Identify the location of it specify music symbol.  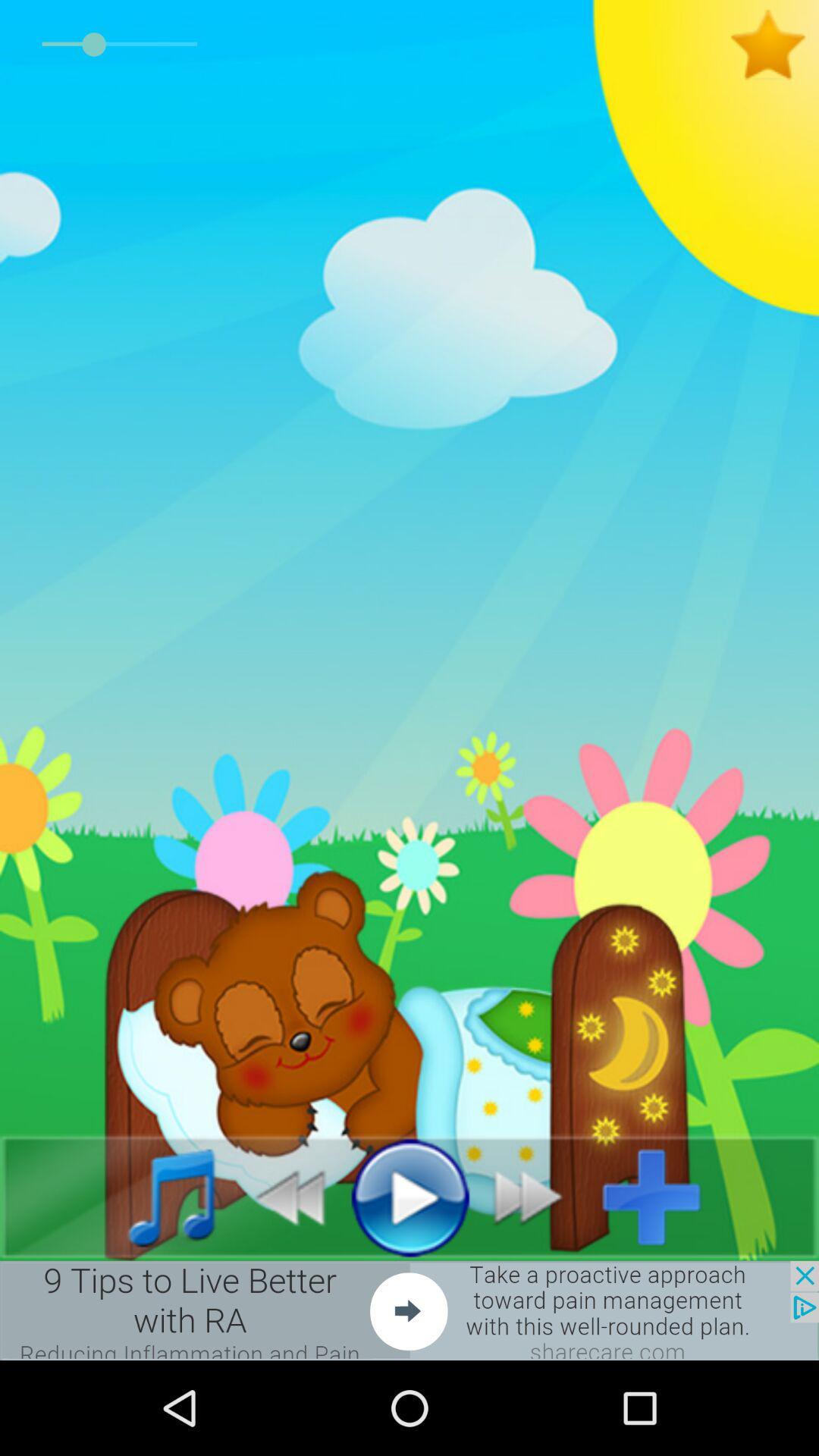
(155, 1196).